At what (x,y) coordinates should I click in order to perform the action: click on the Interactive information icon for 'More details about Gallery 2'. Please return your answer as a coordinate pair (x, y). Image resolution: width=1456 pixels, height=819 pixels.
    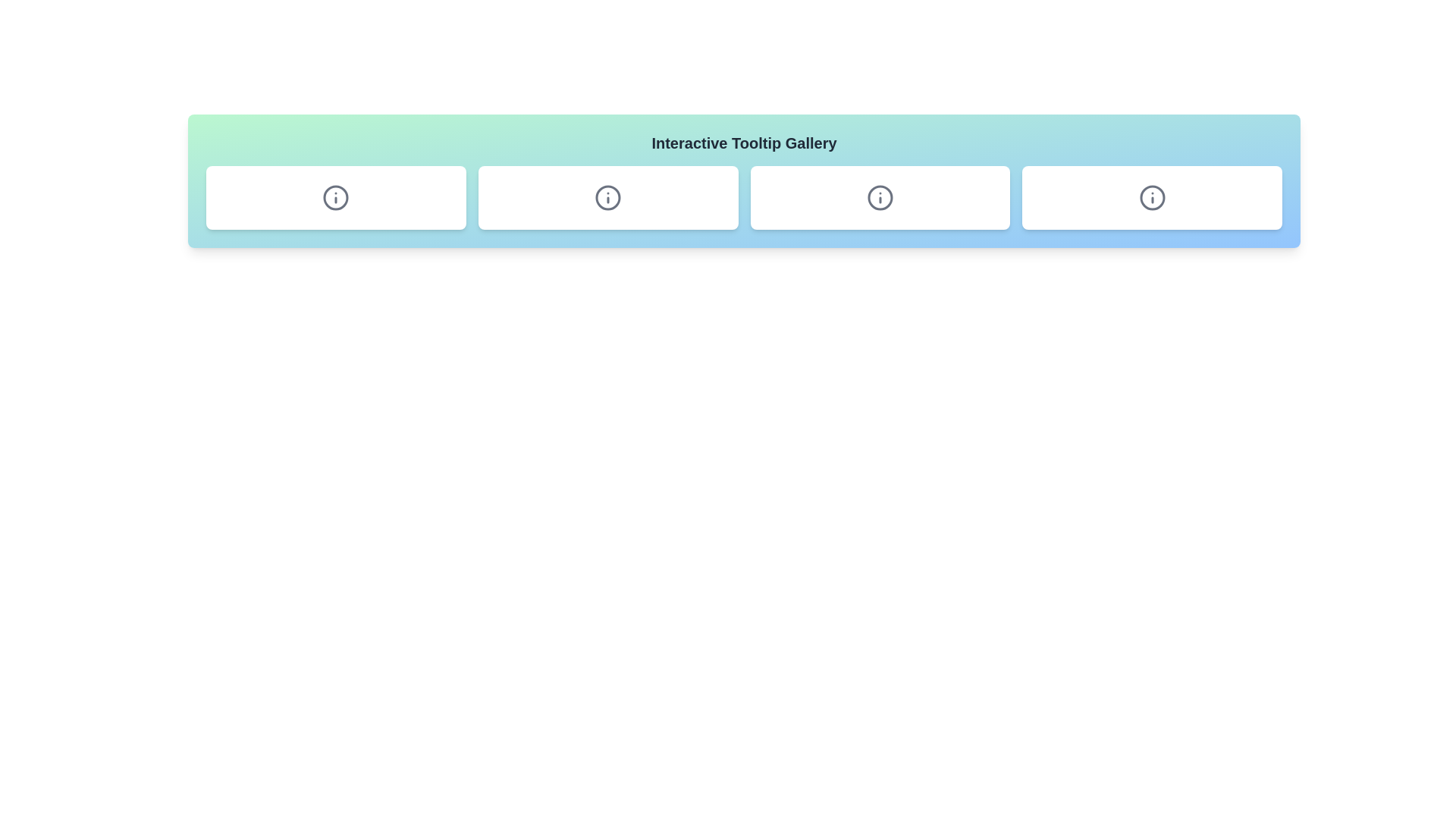
    Looking at the image, I should click on (608, 197).